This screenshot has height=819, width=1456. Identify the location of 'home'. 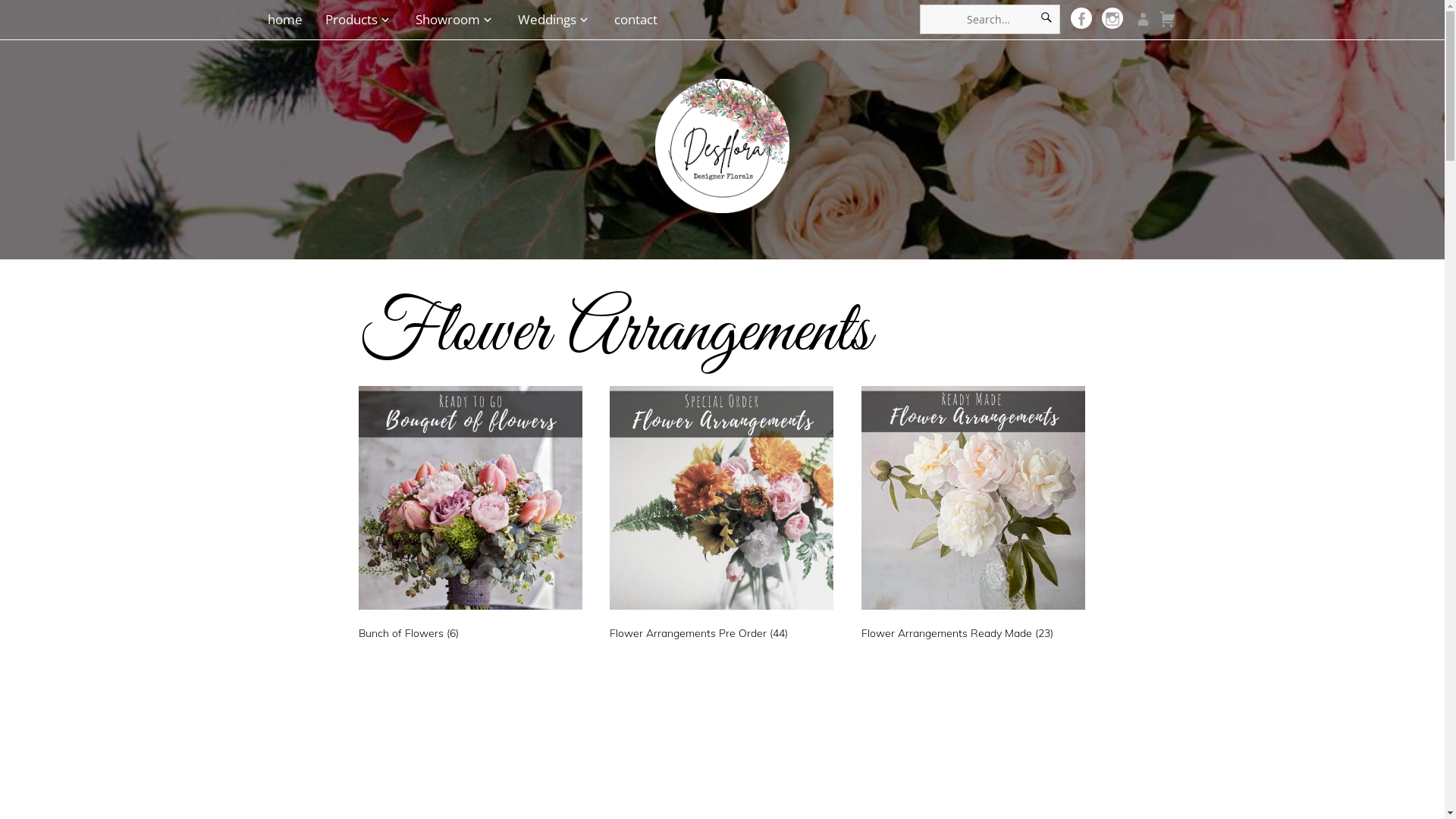
(266, 19).